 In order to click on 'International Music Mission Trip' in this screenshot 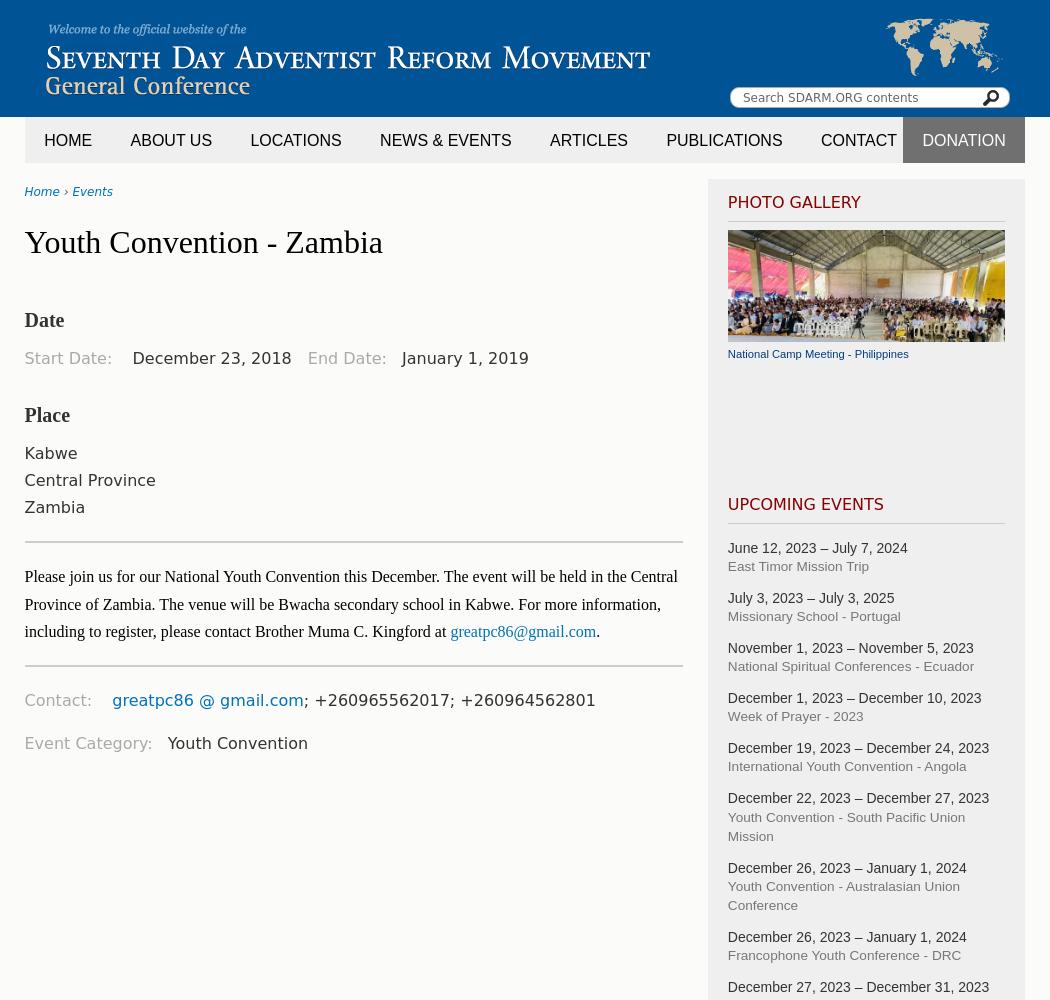, I will do `click(804, 438)`.